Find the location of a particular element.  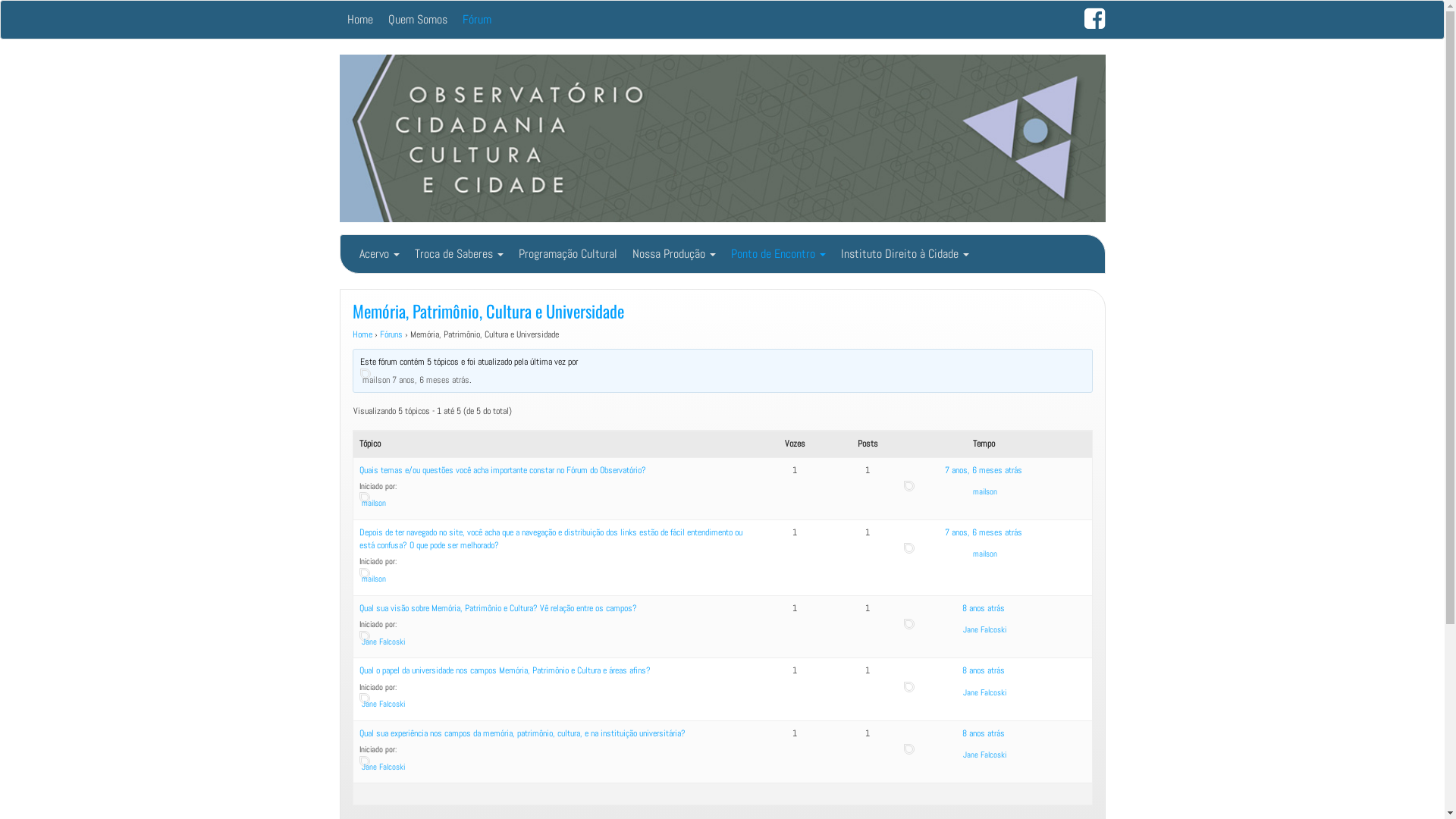

'Ponto de Encontro' is located at coordinates (778, 253).